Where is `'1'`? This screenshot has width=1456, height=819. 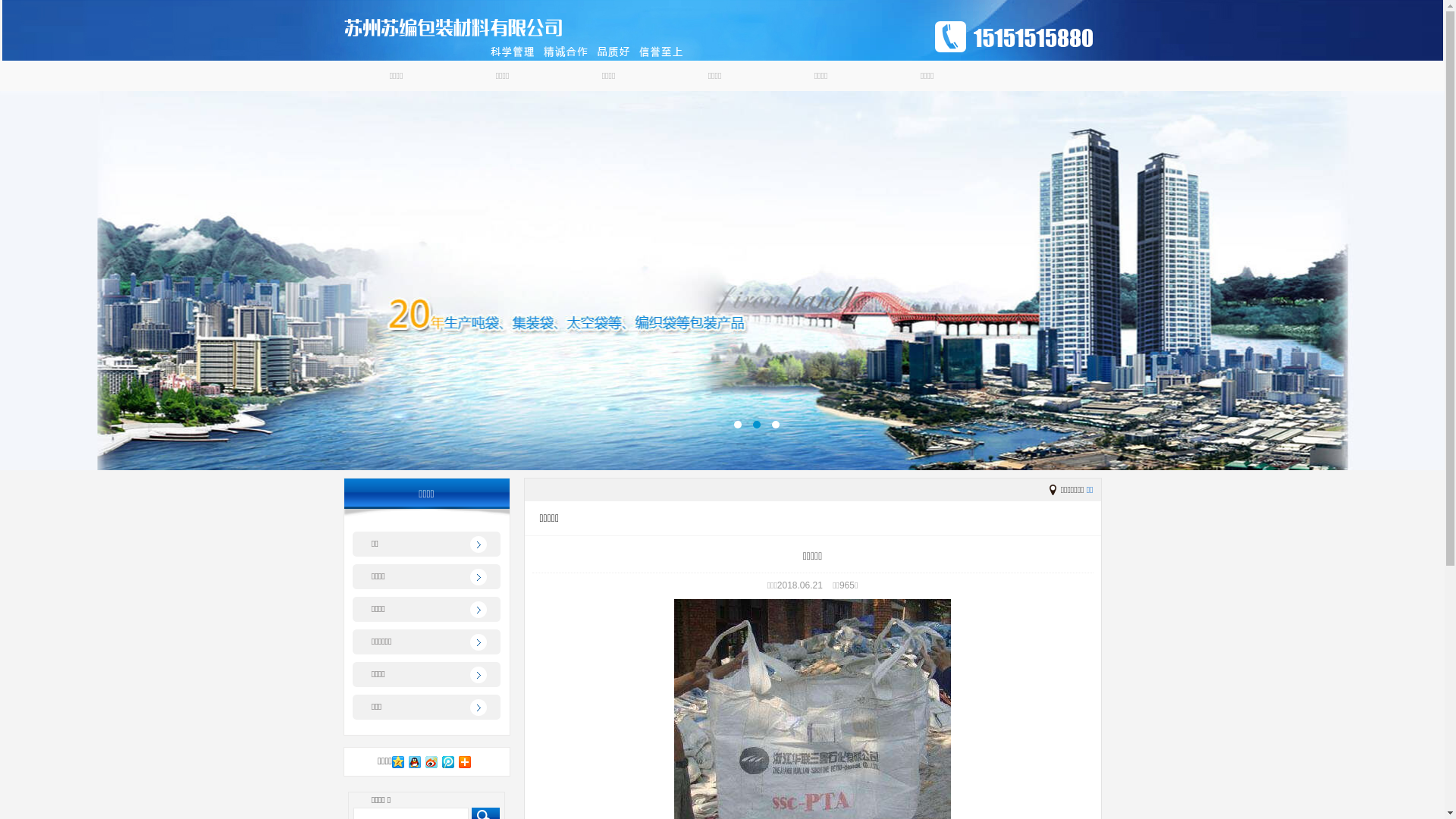 '1' is located at coordinates (738, 424).